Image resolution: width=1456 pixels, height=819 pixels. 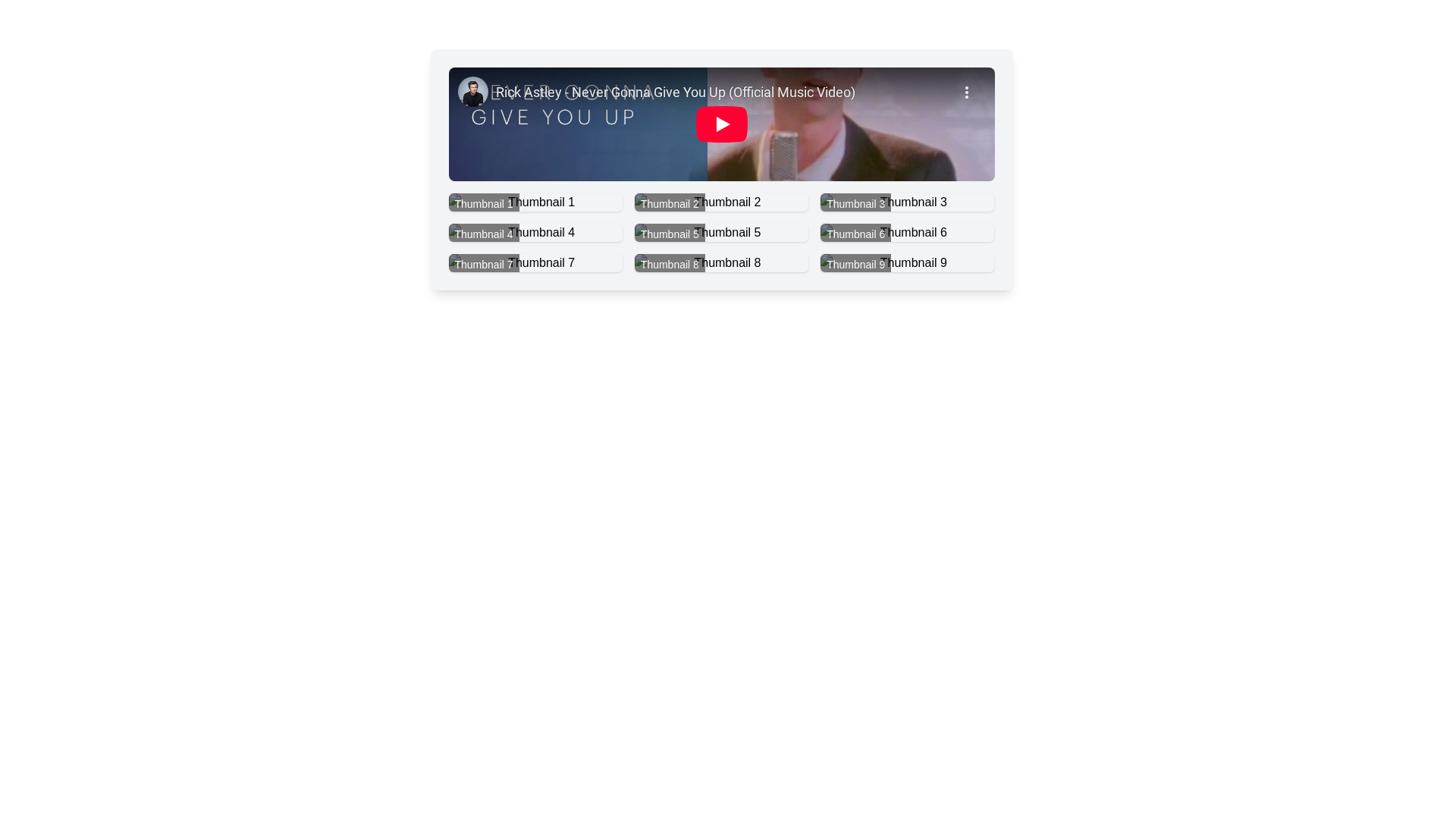 I want to click on the thumbnail labeled 'Thumbnail 5', so click(x=720, y=233).